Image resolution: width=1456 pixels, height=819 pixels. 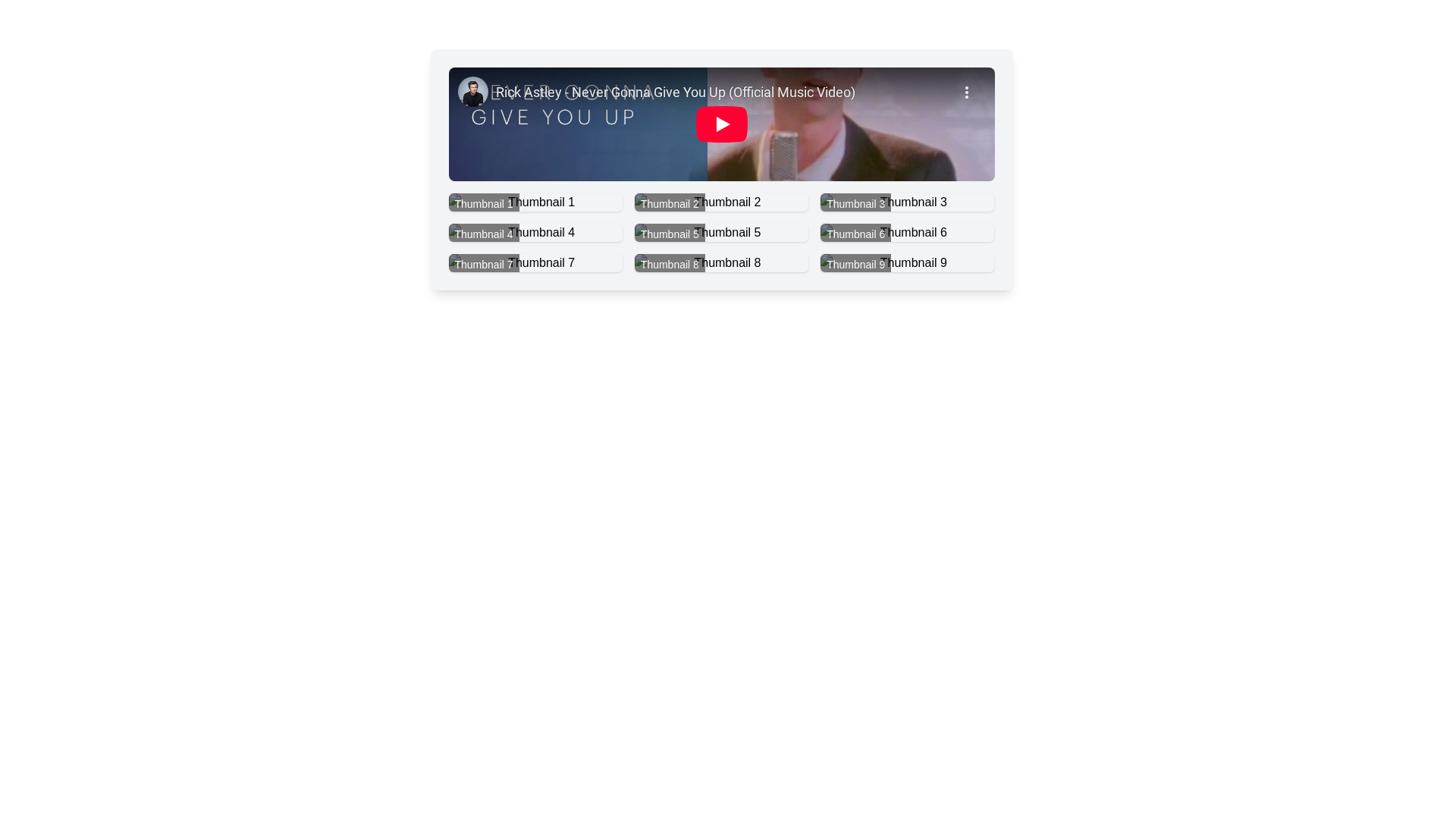 I want to click on the thumbnail labeled 'Thumbnail 5', so click(x=720, y=233).